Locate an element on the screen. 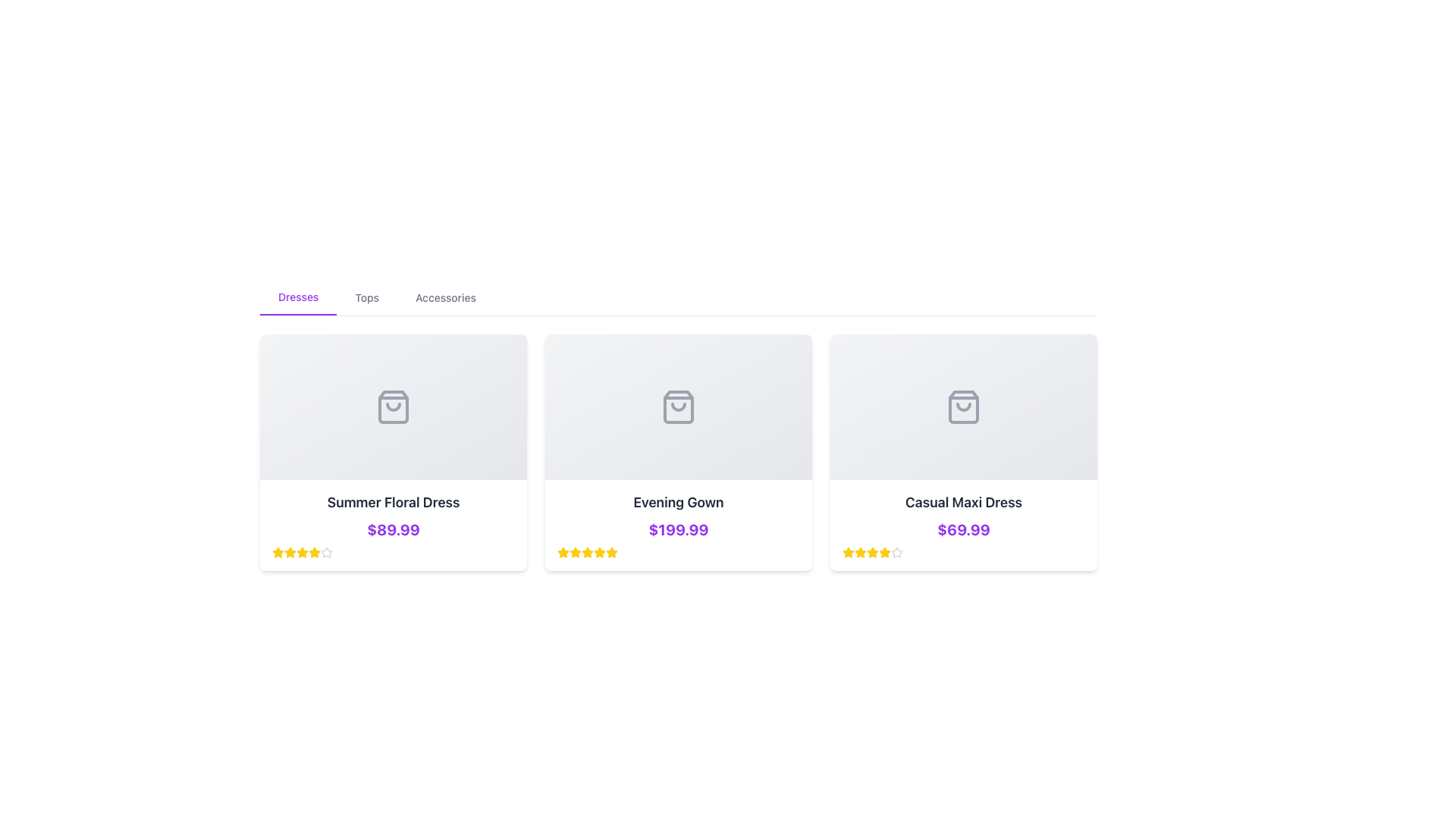  the third star icon in the rating system for the product 'Evening Gown' is located at coordinates (574, 553).